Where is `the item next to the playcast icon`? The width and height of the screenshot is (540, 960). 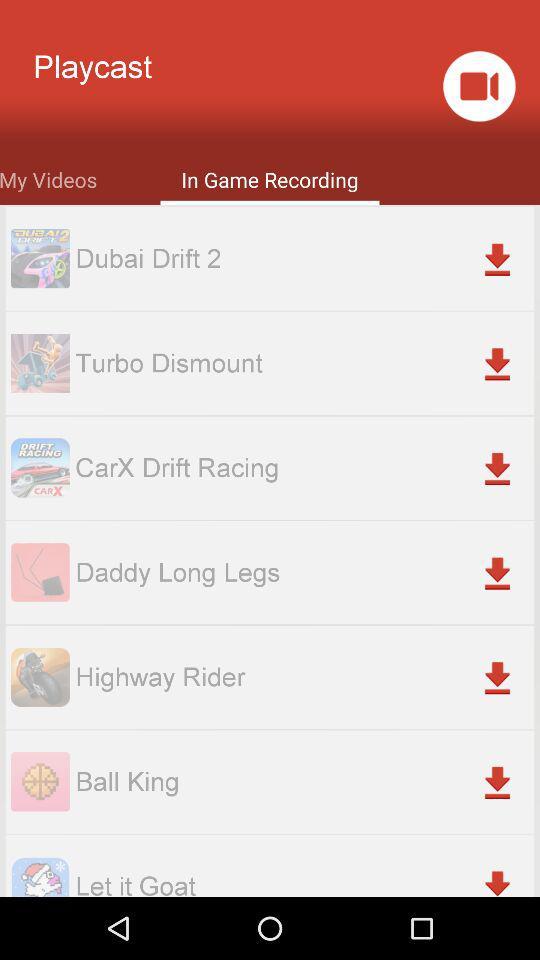 the item next to the playcast icon is located at coordinates (478, 86).